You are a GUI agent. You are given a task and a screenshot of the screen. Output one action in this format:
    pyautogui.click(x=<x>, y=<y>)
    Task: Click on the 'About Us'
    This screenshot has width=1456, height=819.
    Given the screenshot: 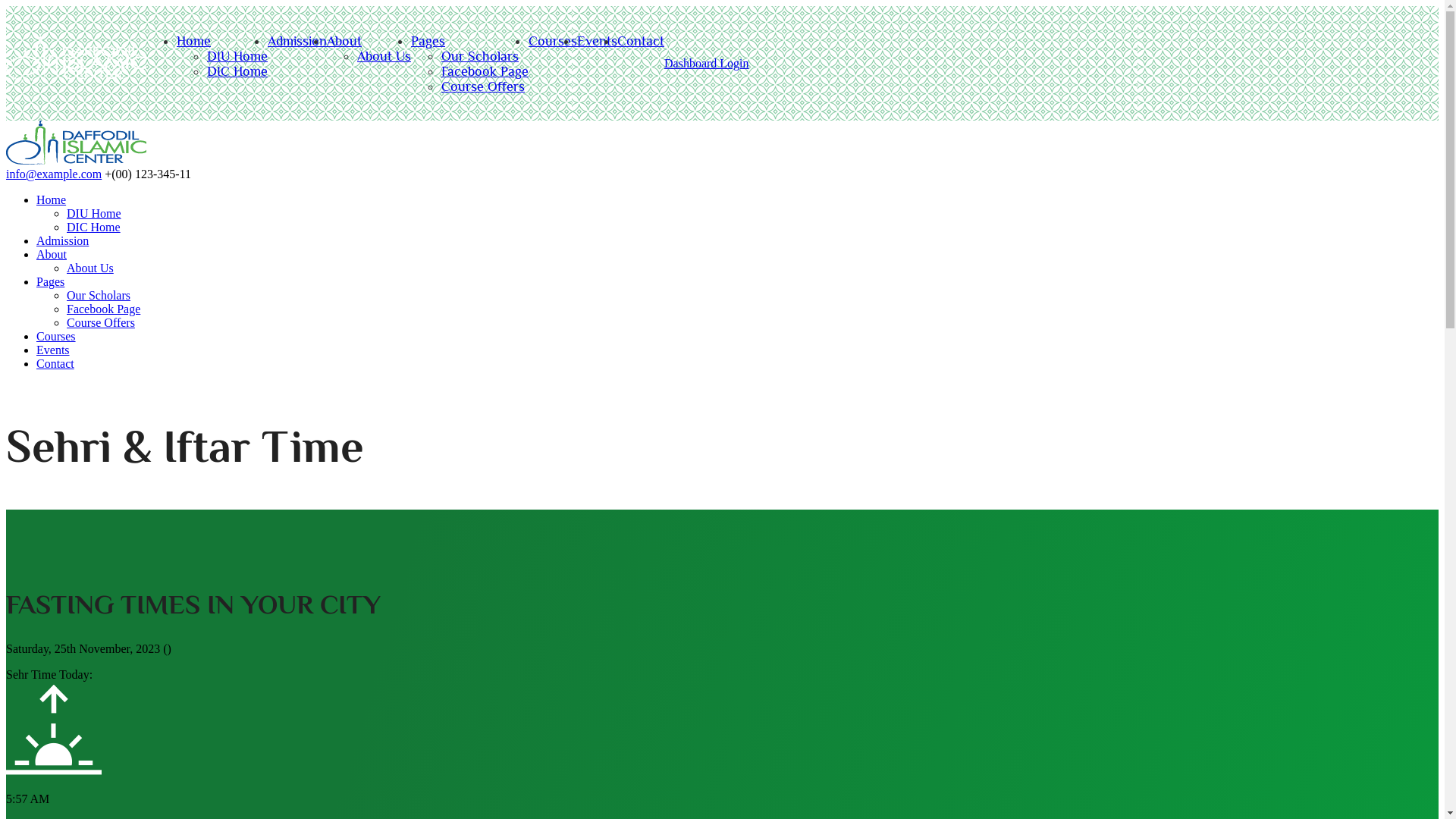 What is the action you would take?
    pyautogui.click(x=356, y=55)
    